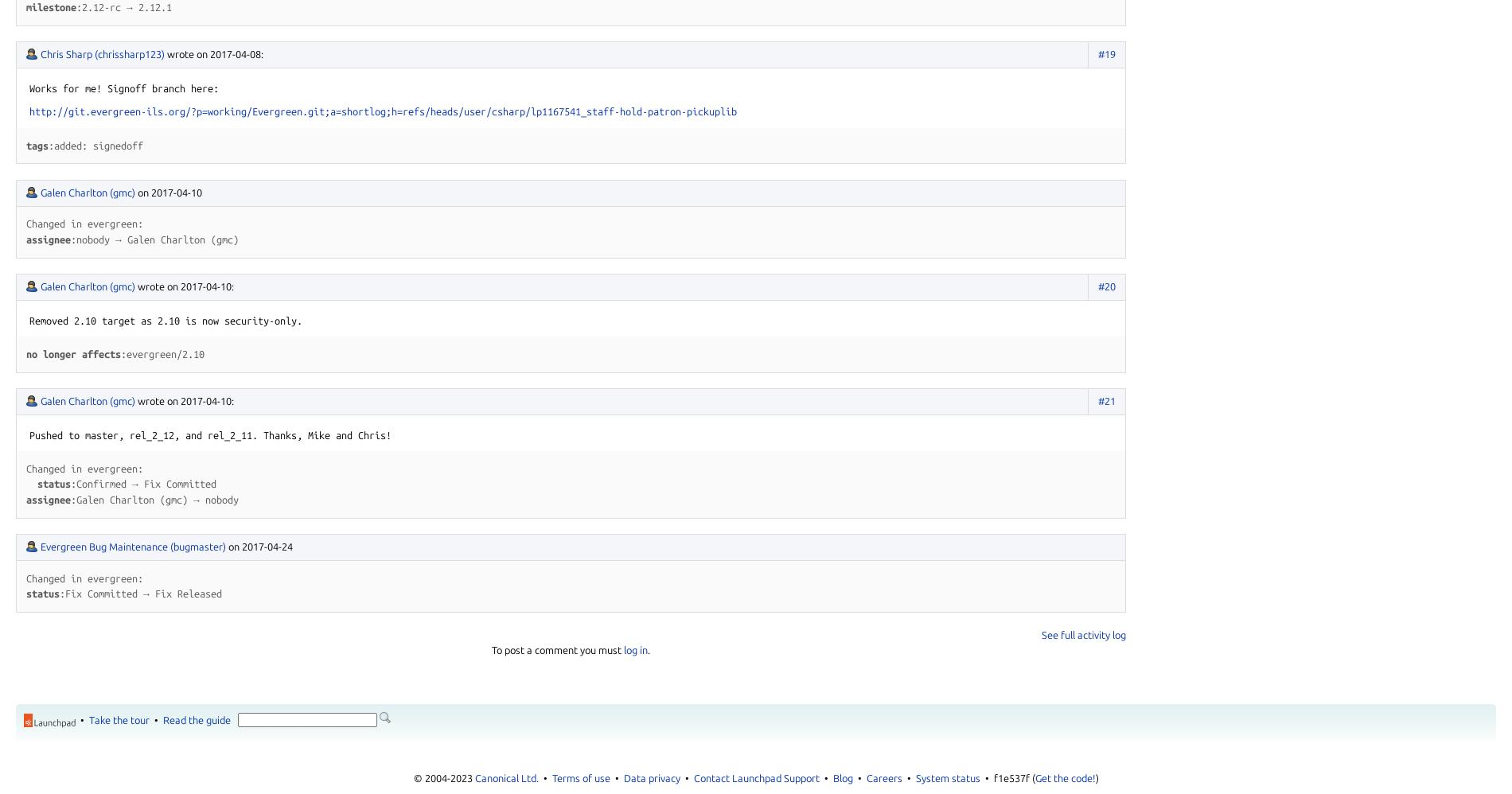  Describe the element at coordinates (1063, 777) in the screenshot. I see `'Get the code!'` at that location.